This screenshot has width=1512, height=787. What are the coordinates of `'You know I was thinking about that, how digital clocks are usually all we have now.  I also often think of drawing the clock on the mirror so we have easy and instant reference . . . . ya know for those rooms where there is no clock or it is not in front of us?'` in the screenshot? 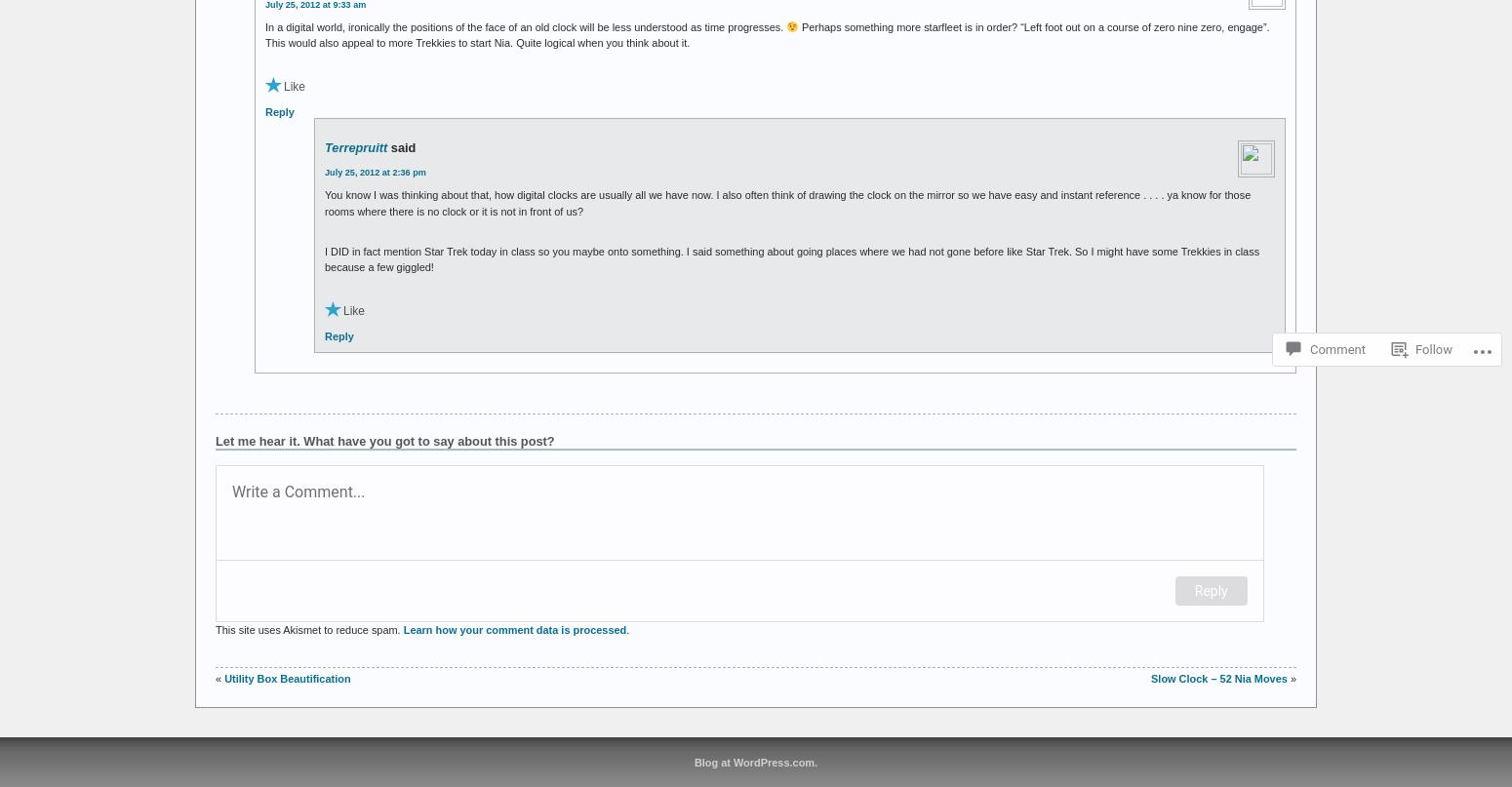 It's located at (786, 202).